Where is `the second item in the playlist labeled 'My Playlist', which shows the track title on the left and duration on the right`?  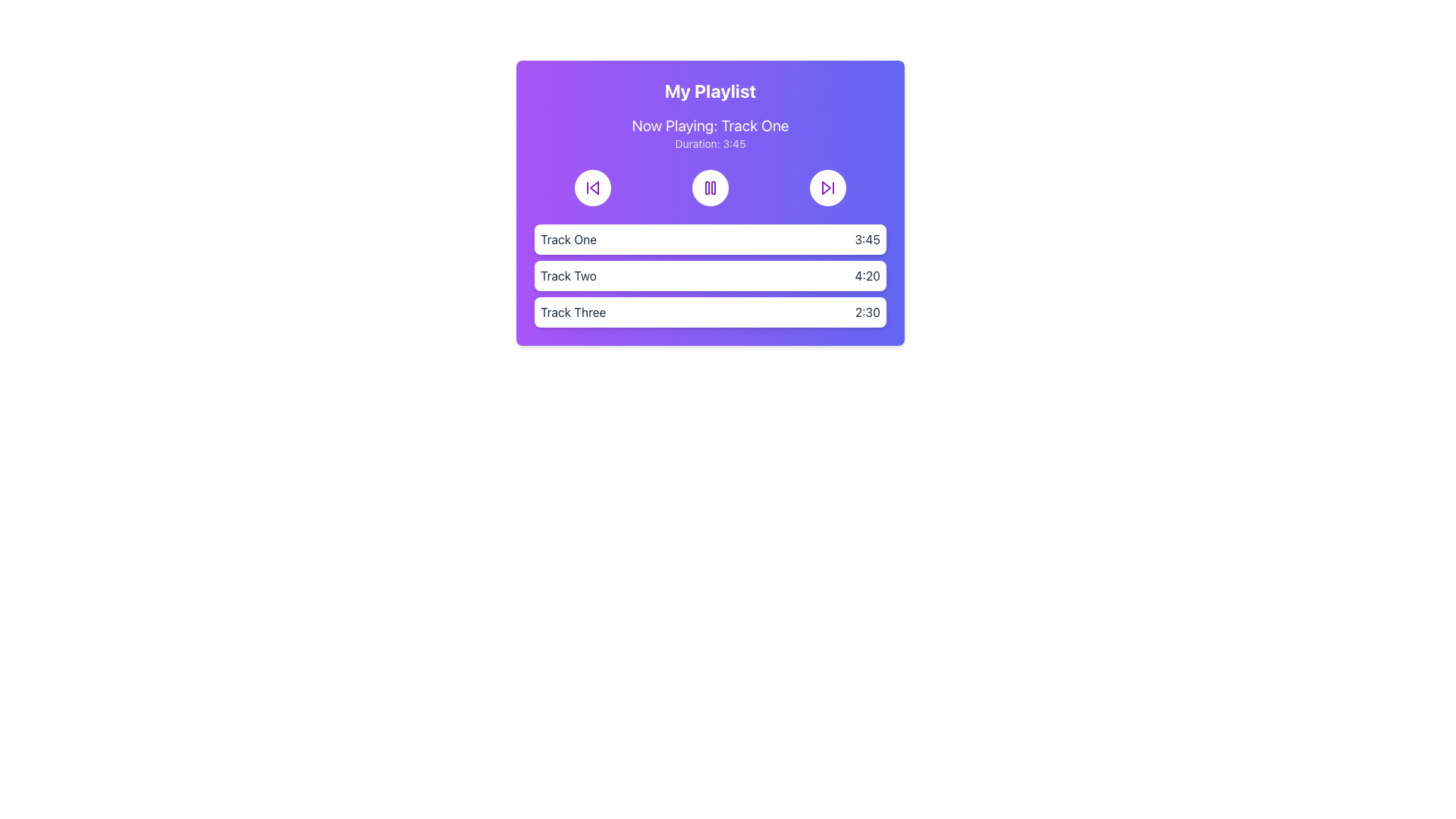
the second item in the playlist labeled 'My Playlist', which shows the track title on the left and duration on the right is located at coordinates (709, 275).